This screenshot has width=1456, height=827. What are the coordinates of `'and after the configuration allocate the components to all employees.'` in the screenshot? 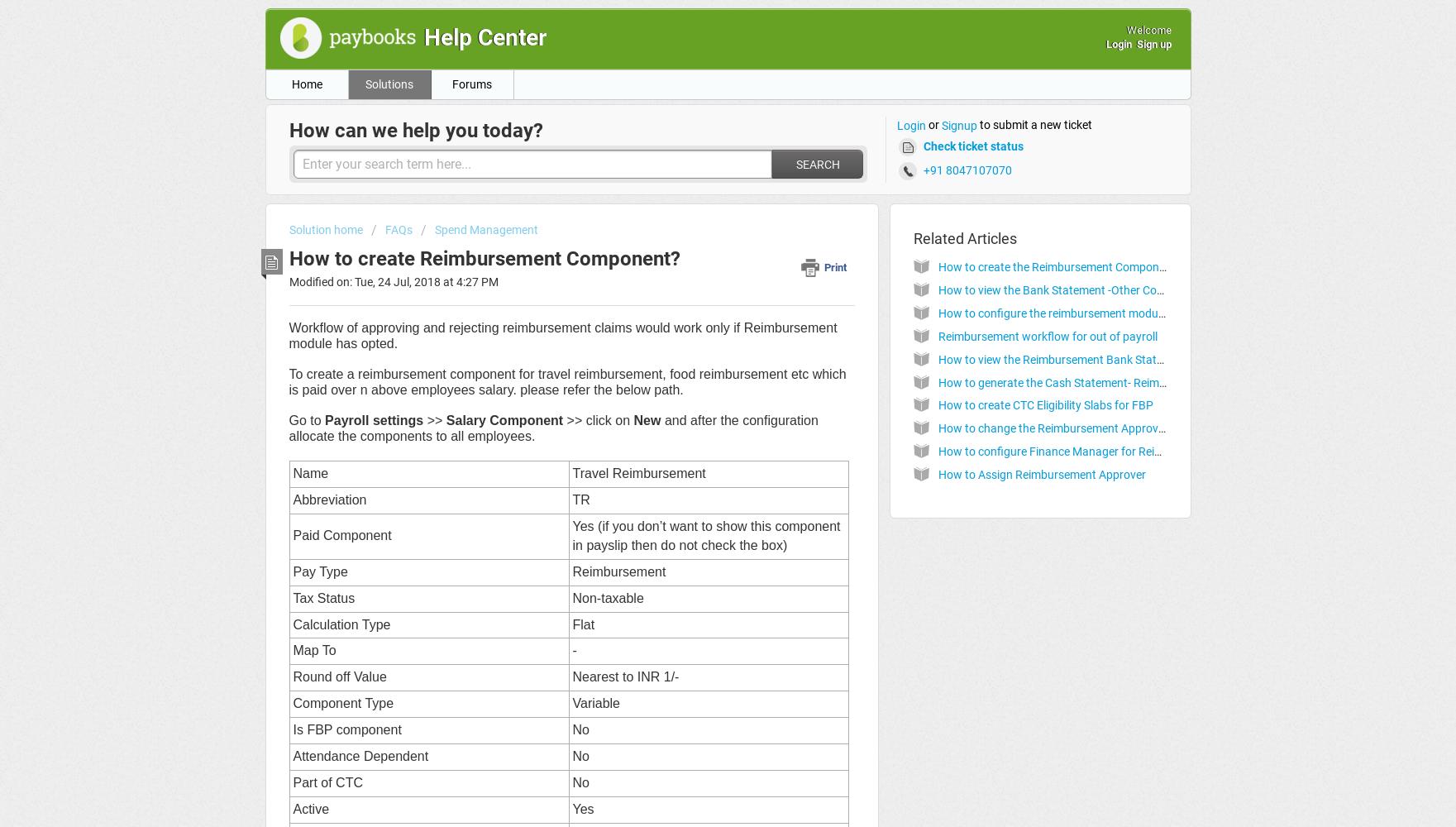 It's located at (553, 428).